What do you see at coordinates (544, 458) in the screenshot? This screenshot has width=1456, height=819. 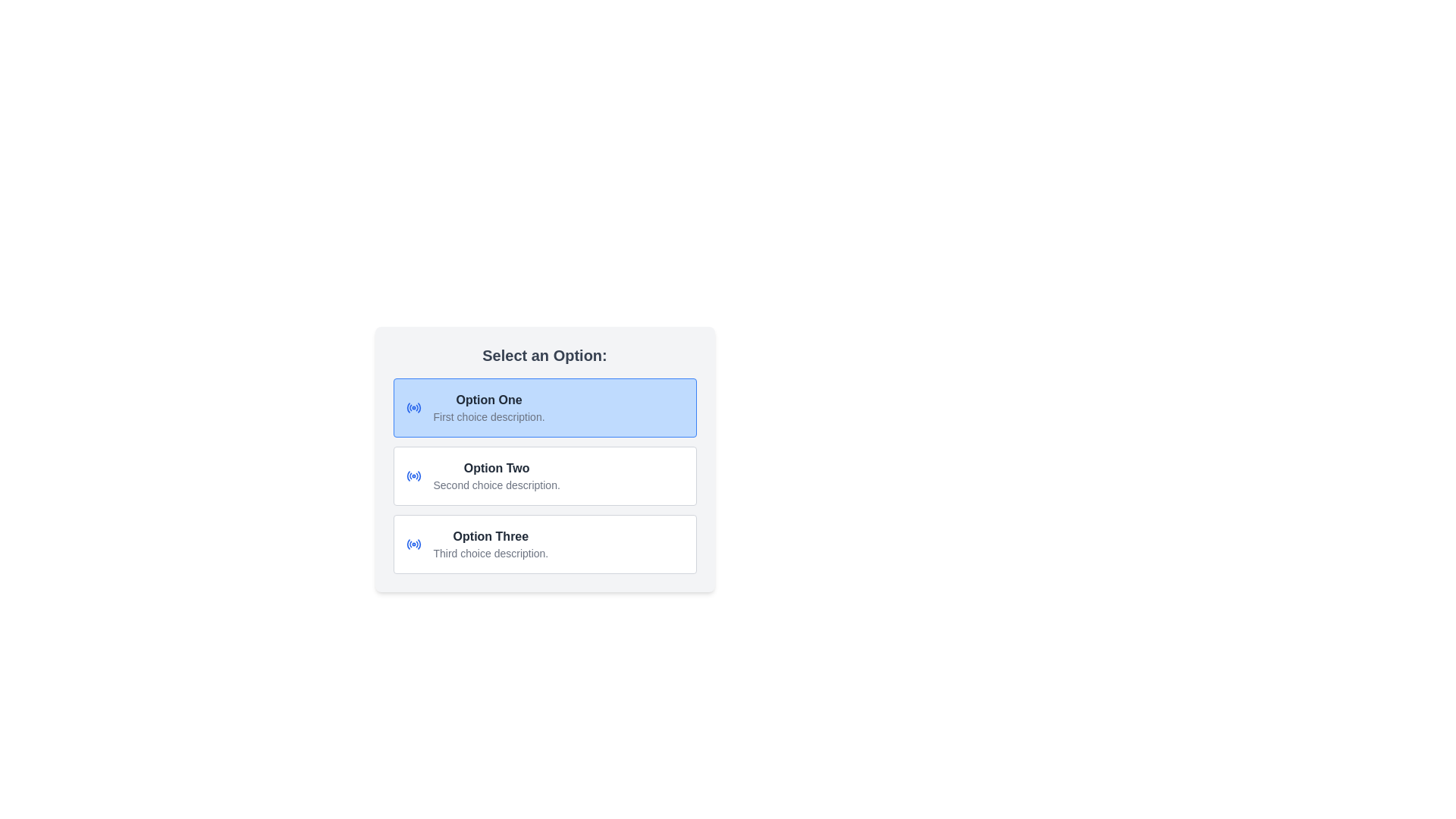 I see `the second selectable option in the radio button group labeled 'Select an Option:'` at bounding box center [544, 458].